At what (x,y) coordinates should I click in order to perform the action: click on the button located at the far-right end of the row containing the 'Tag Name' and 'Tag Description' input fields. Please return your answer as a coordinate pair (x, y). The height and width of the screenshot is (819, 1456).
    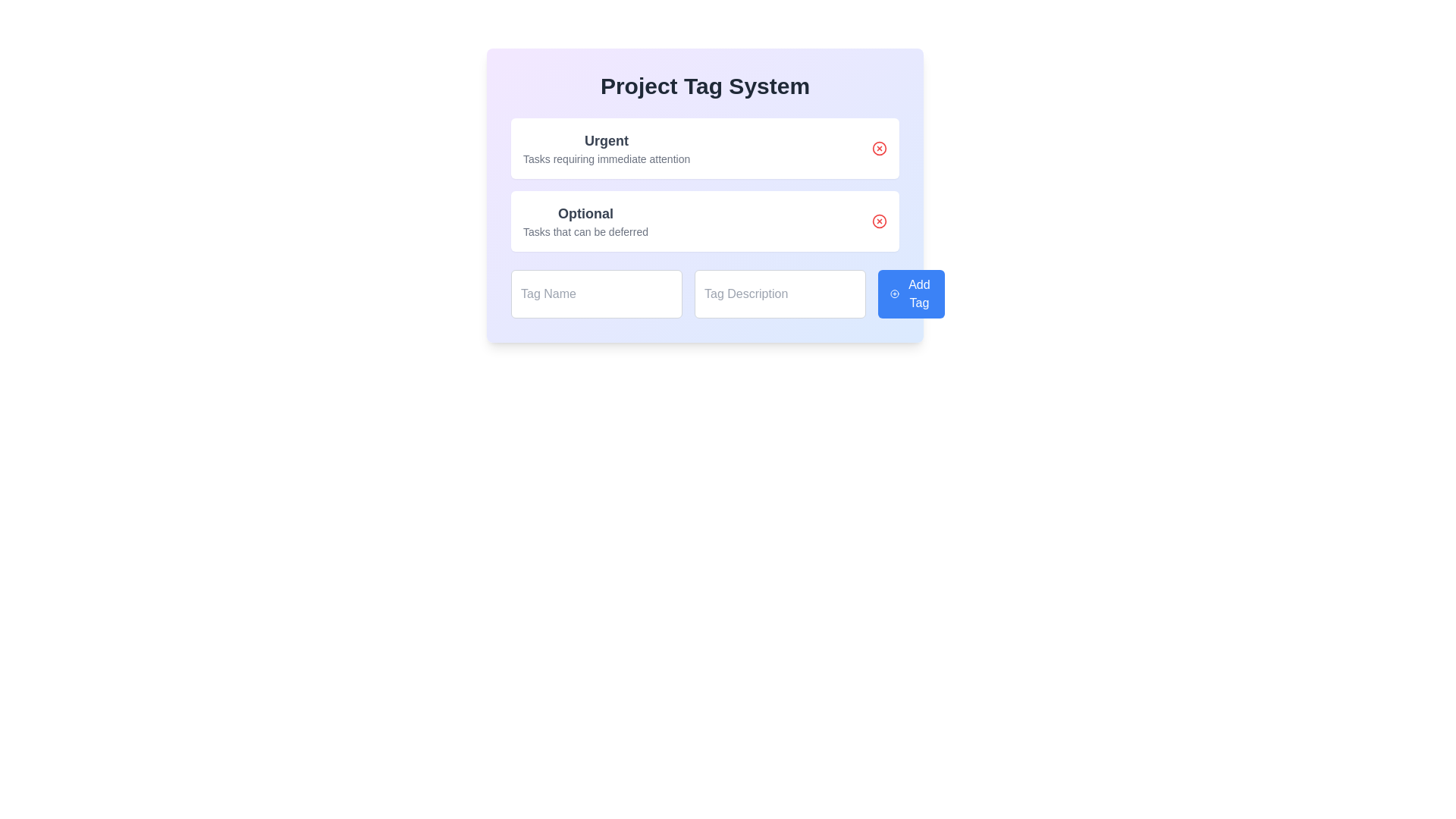
    Looking at the image, I should click on (911, 294).